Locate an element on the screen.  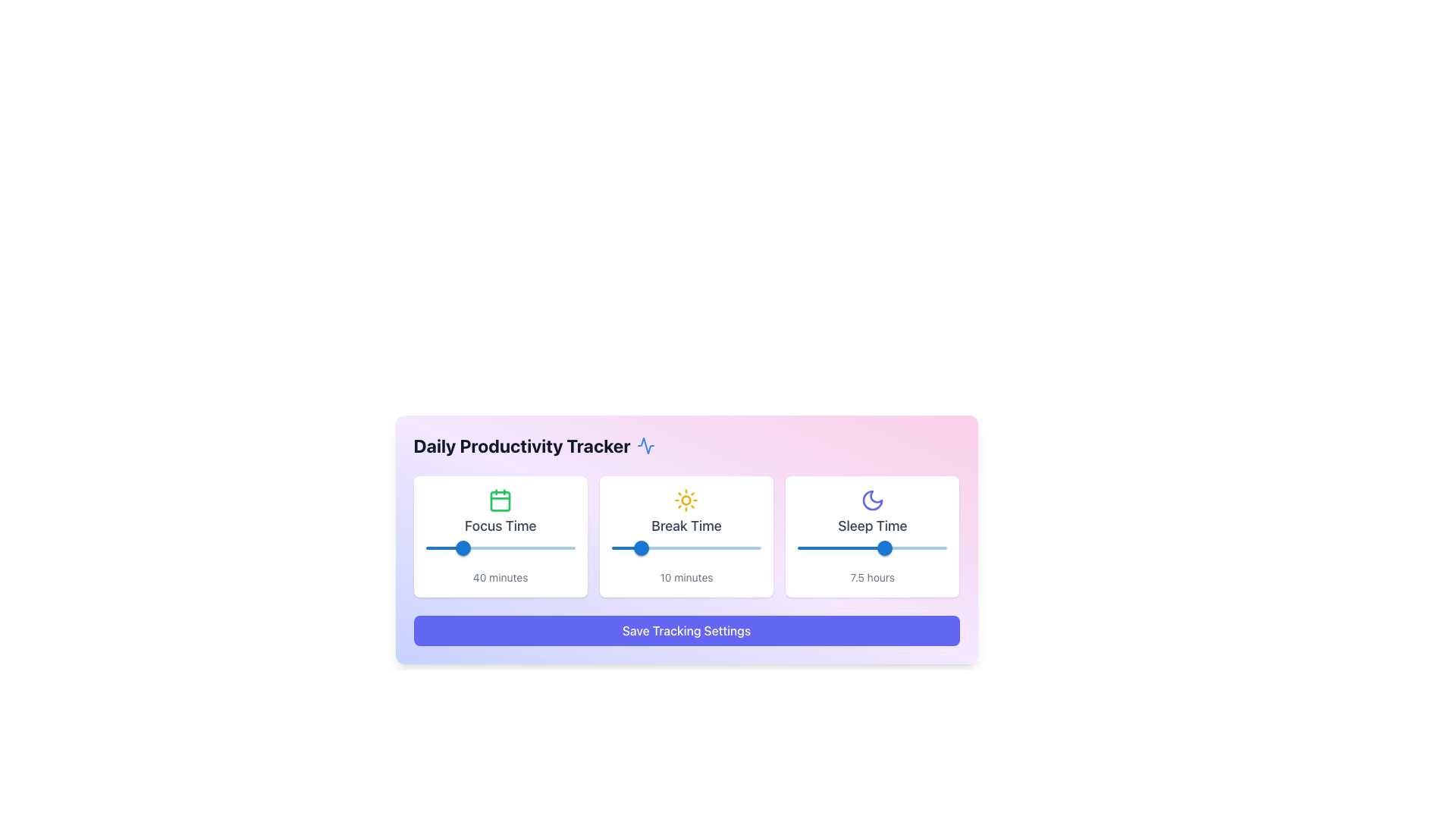
the sleep time slider is located at coordinates (821, 548).